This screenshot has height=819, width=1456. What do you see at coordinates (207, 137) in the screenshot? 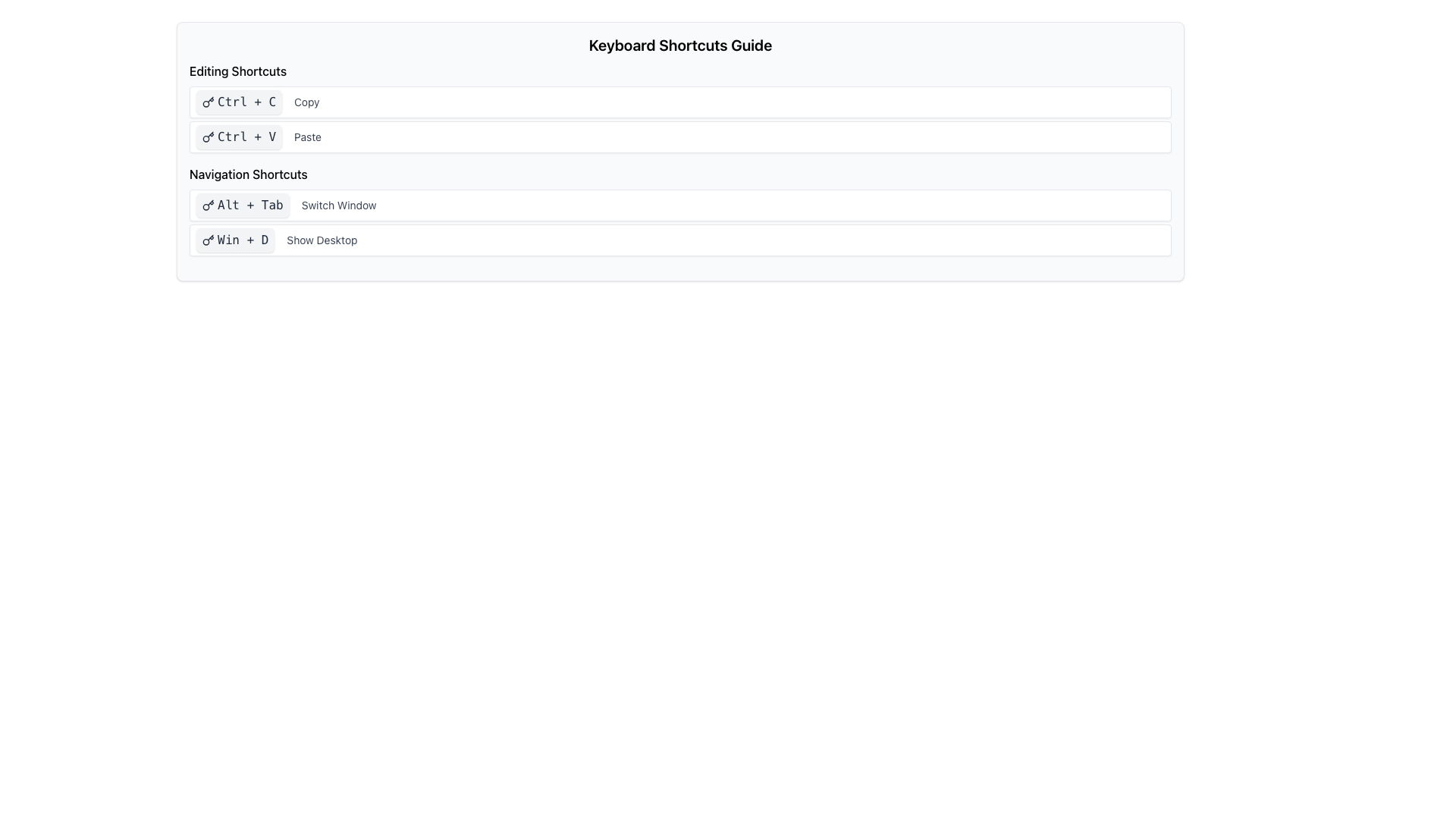
I see `the 'Paste' icon located to the left of the 'Ctrl + V' text within the 'Editing Shortcuts' button` at bounding box center [207, 137].